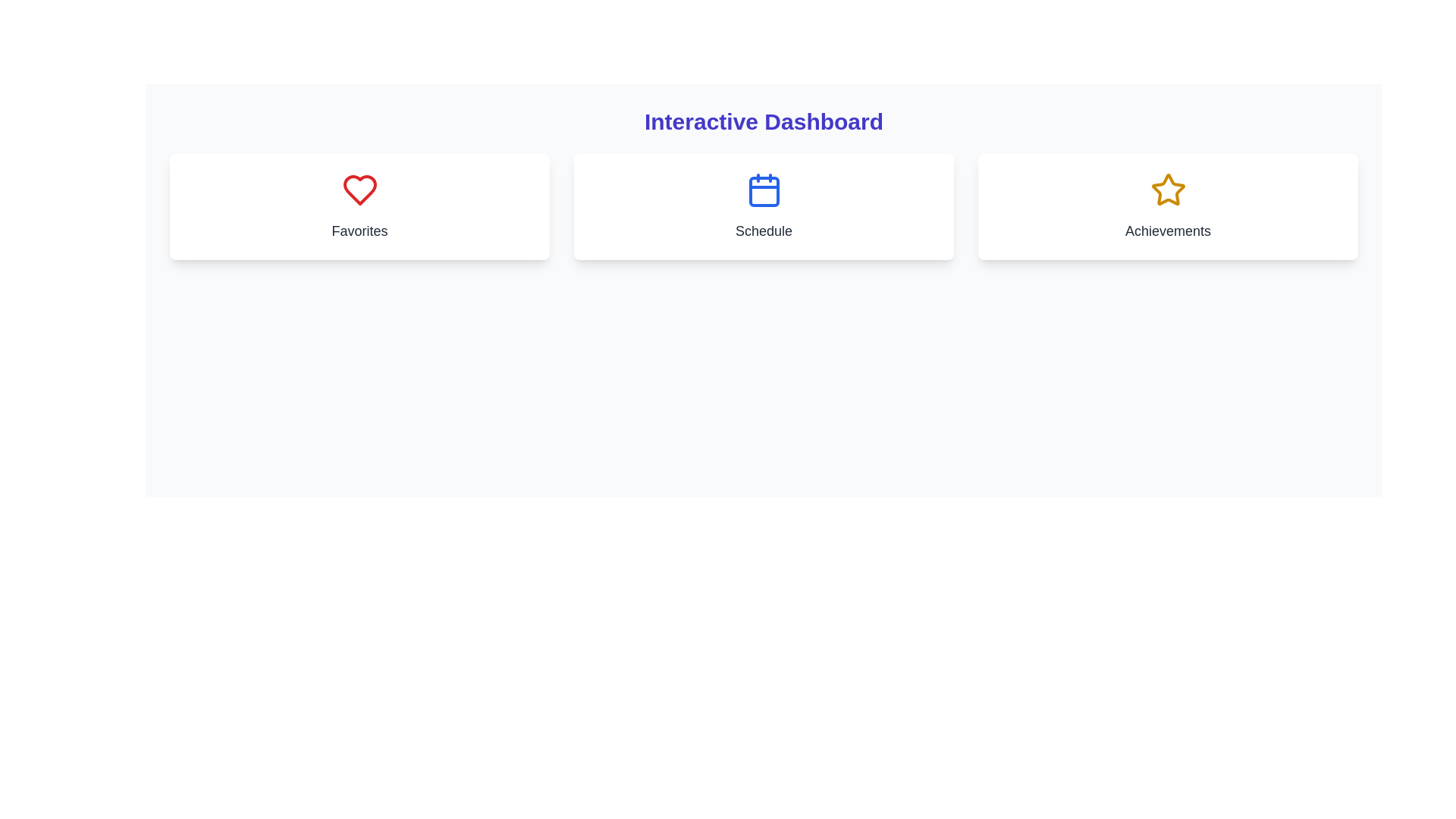 The image size is (1456, 819). I want to click on the 'Favorites' card element, which features a large red heart icon above the label with the text 'Favorites' in gray, indicating a favorite or like concept, located on the left side of a group of three similar elements, so click(359, 207).